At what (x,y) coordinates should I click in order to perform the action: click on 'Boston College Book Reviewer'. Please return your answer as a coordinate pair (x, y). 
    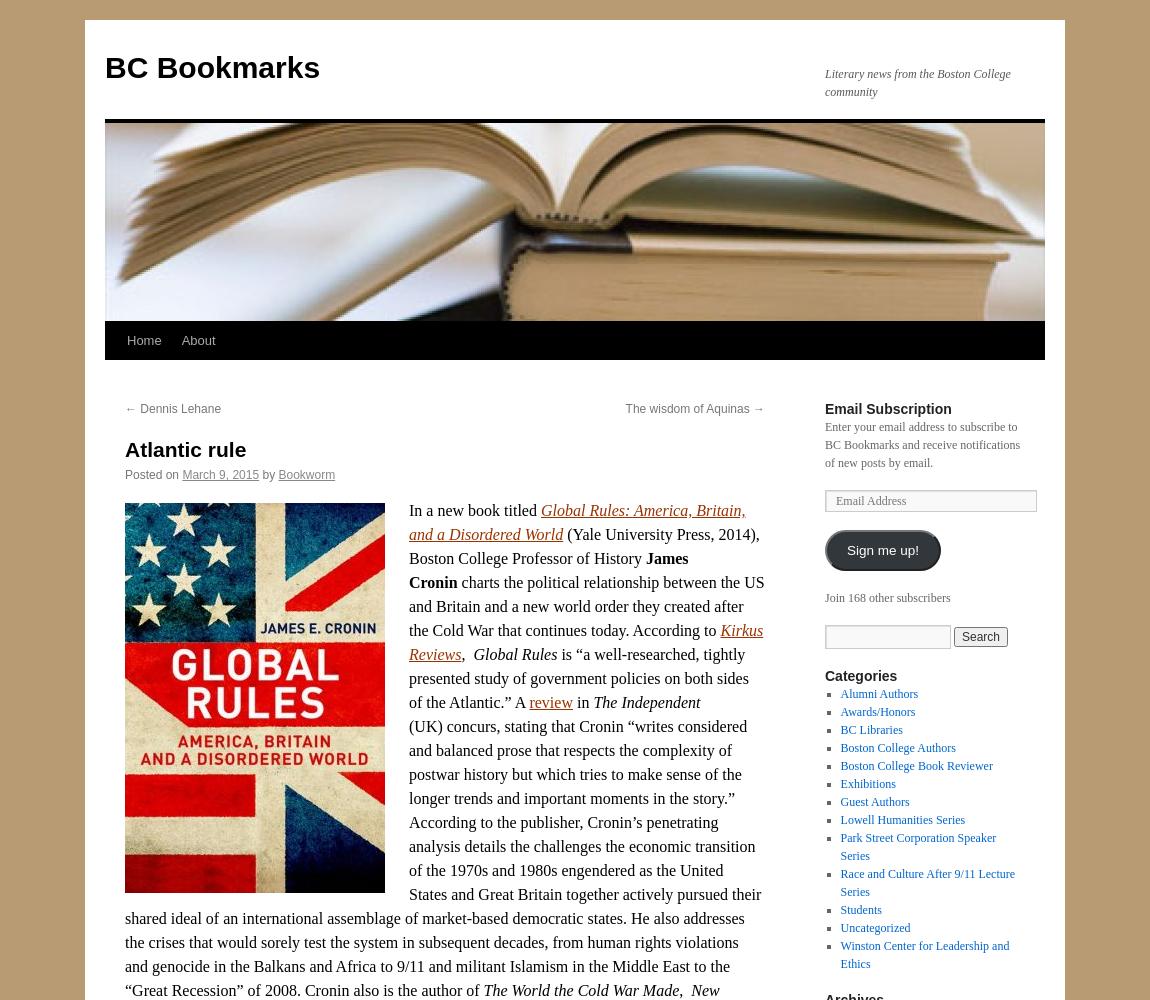
    Looking at the image, I should click on (915, 766).